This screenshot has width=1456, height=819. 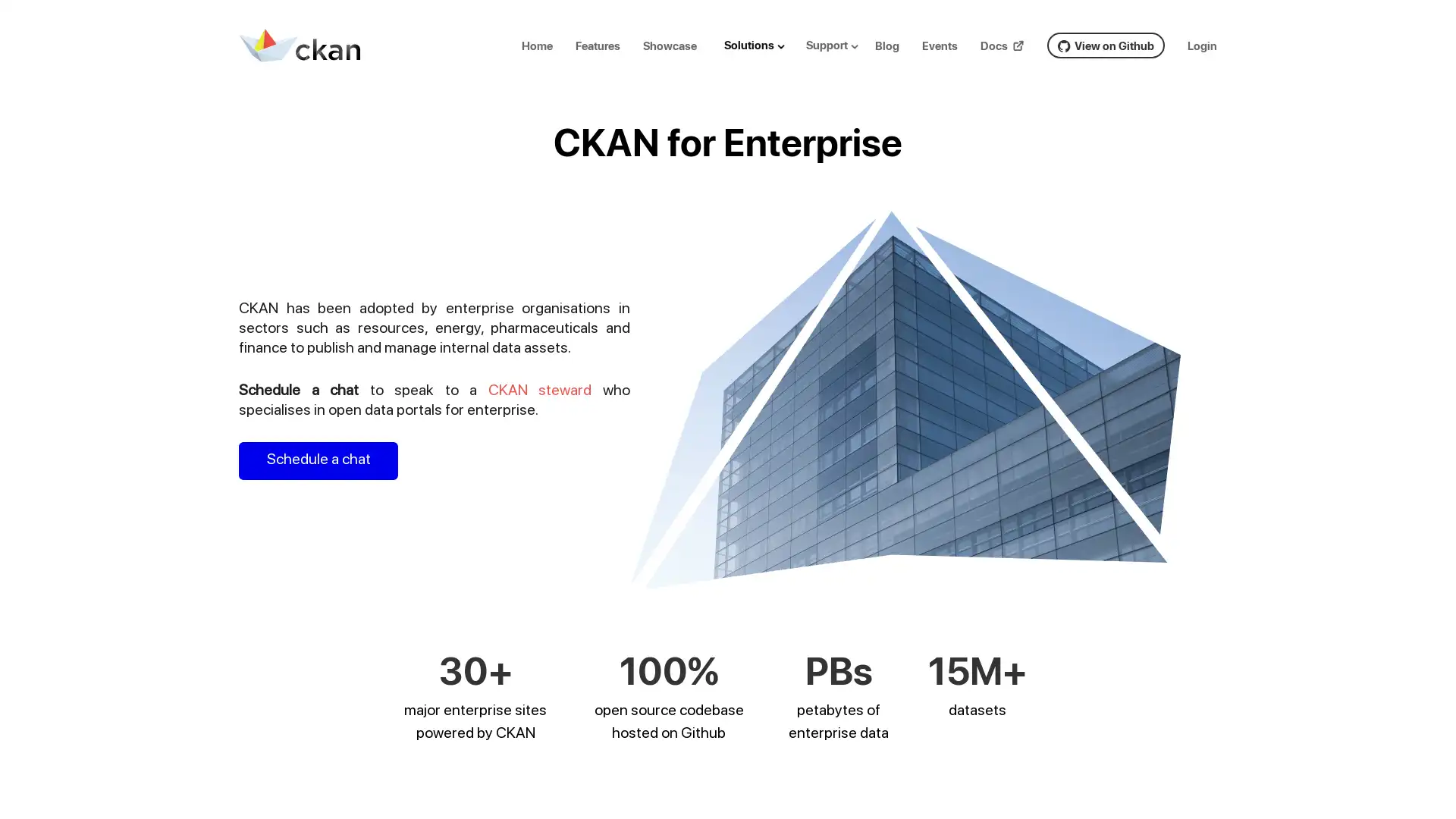 I want to click on Solutions, so click(x=761, y=44).